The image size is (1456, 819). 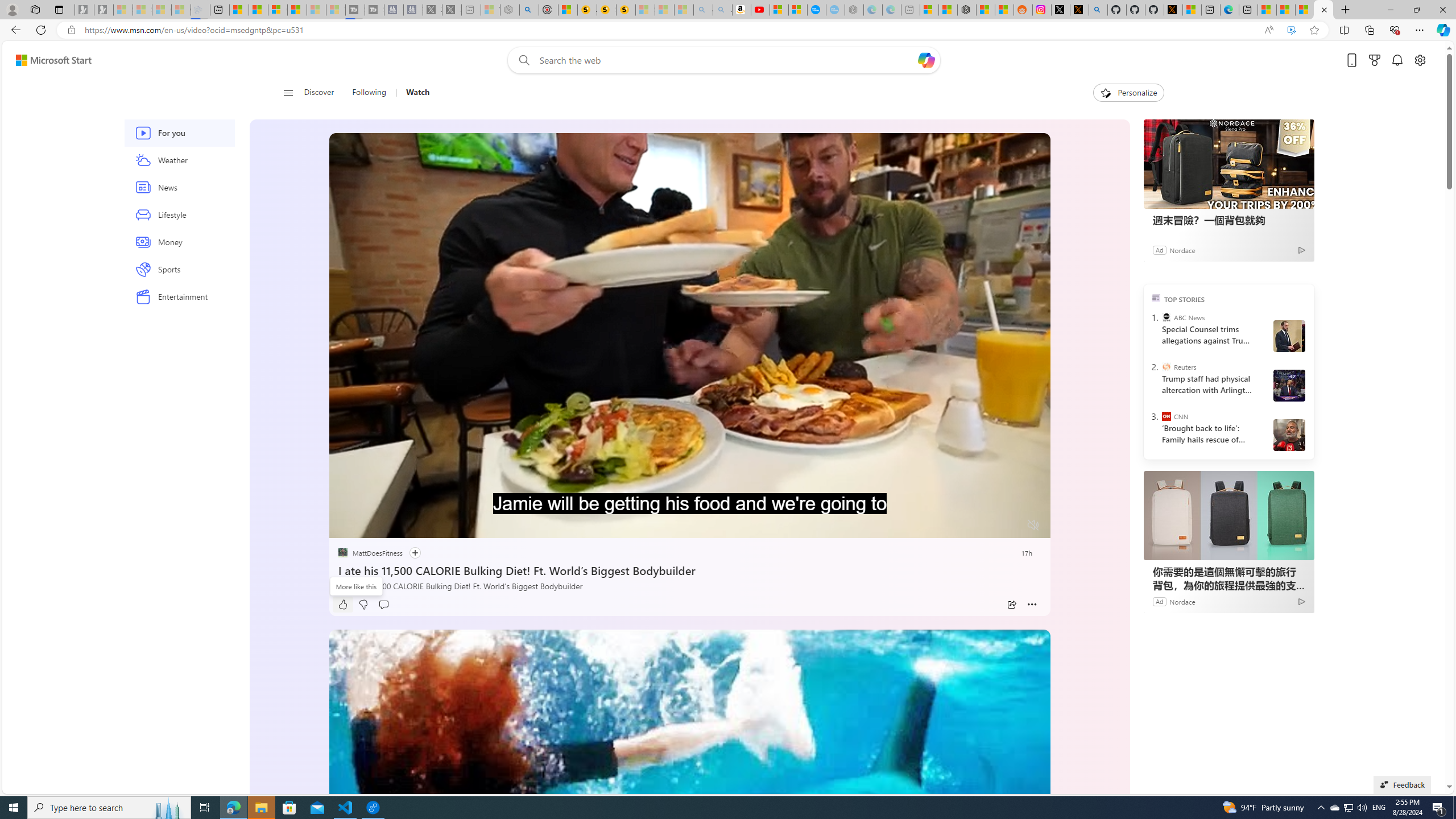 I want to click on 'Seek Back', so click(x=368, y=525).